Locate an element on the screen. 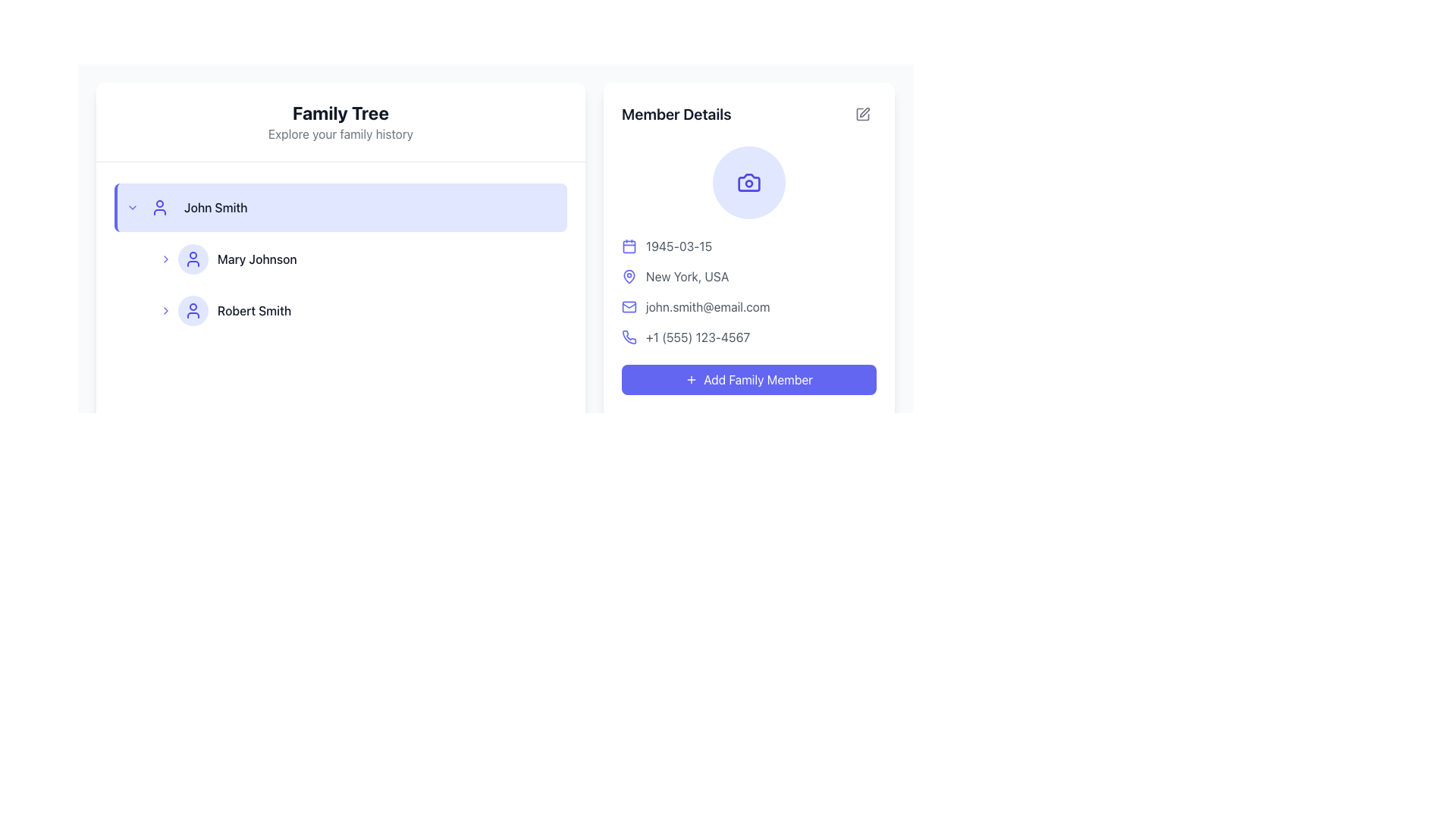 The width and height of the screenshot is (1456, 819). the second icon under the 'Family Tree' section, which is aligned to the left of the 'Mary Johnson' text is located at coordinates (192, 259).